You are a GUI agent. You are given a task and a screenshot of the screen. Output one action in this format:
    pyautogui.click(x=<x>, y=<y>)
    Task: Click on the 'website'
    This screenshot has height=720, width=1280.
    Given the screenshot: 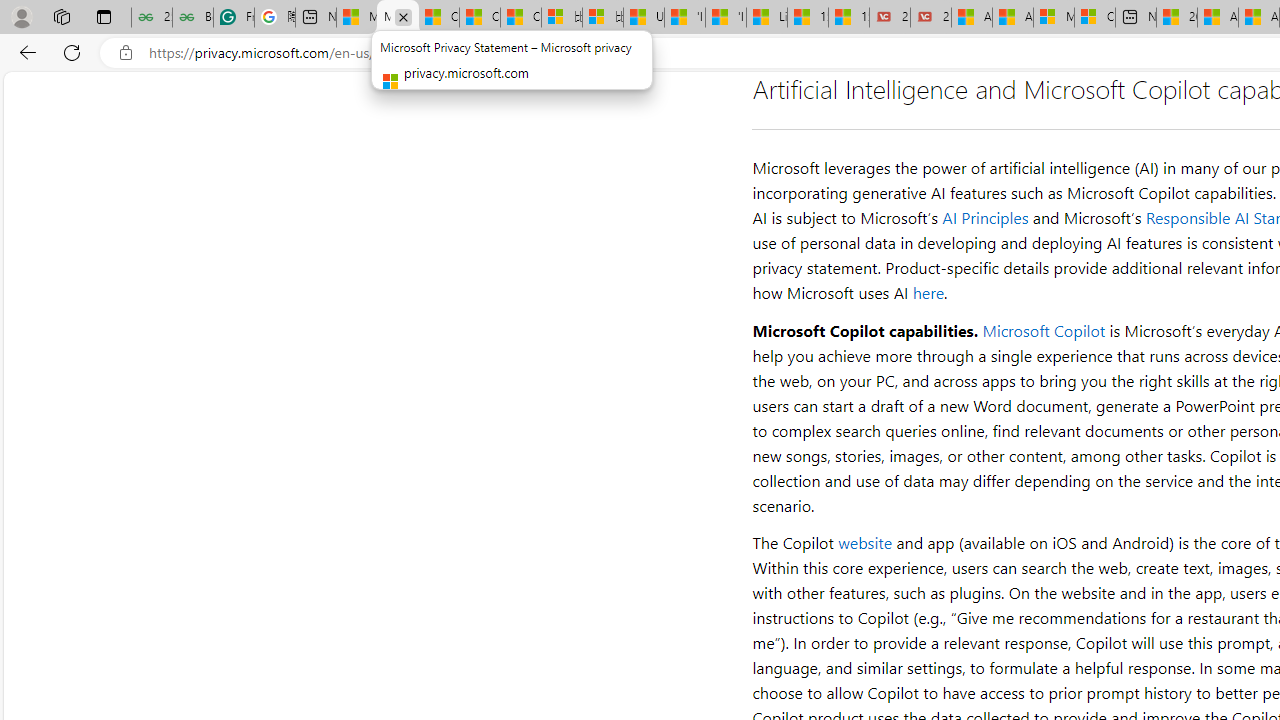 What is the action you would take?
    pyautogui.click(x=865, y=542)
    